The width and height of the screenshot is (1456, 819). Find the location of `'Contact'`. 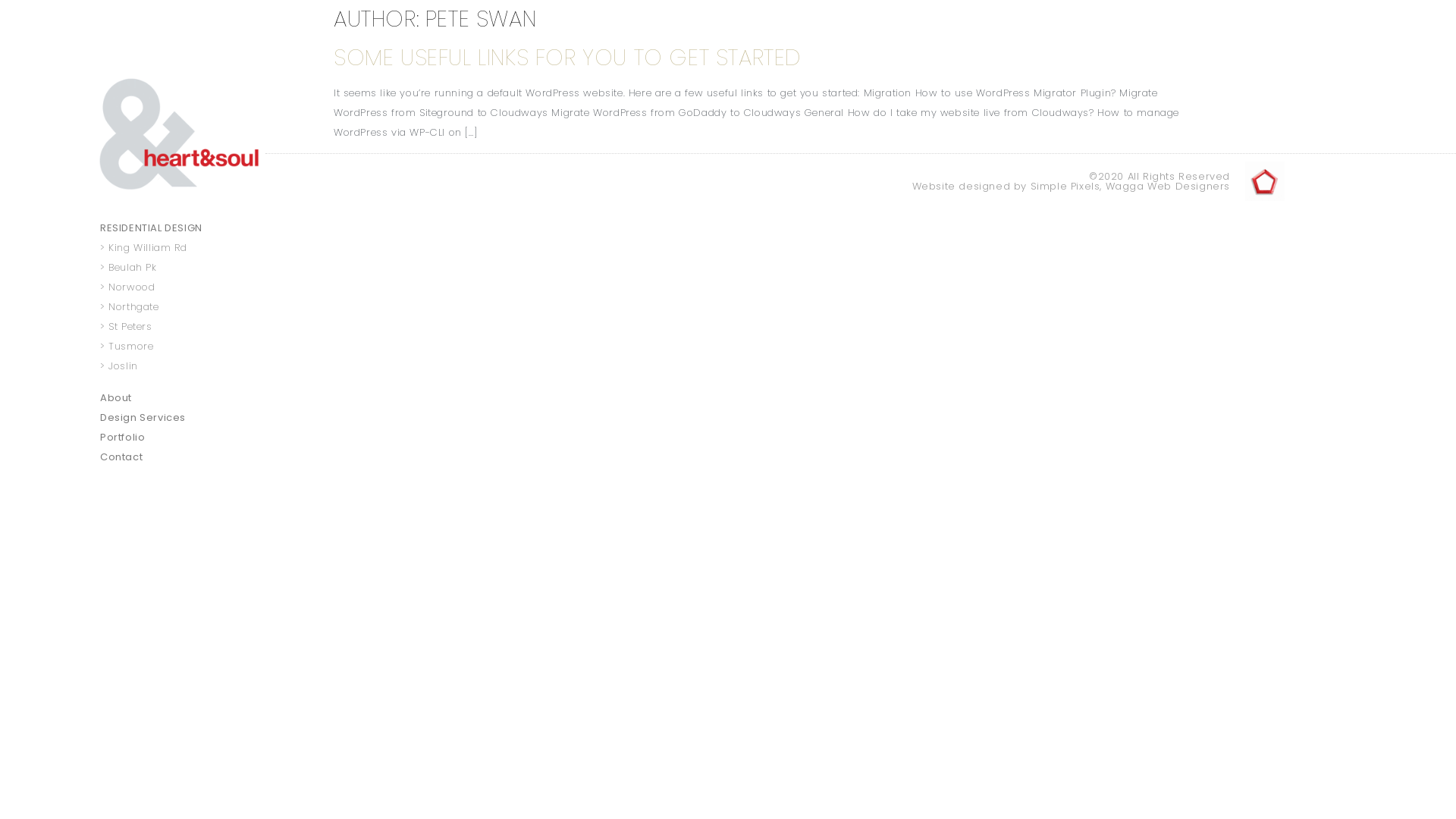

'Contact' is located at coordinates (182, 456).